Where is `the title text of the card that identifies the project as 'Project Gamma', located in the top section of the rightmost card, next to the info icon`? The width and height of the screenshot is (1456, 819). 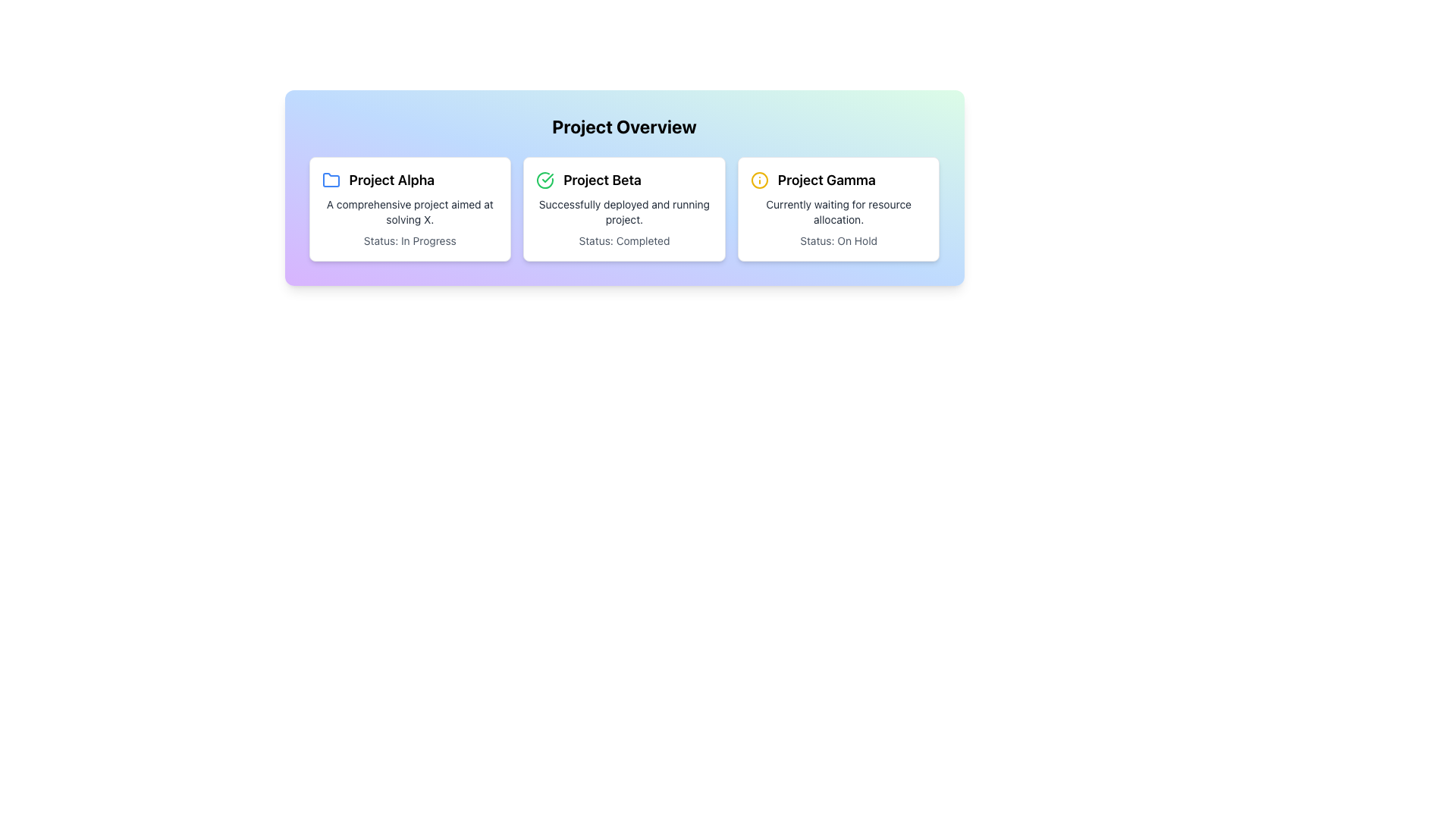
the title text of the card that identifies the project as 'Project Gamma', located in the top section of the rightmost card, next to the info icon is located at coordinates (826, 180).